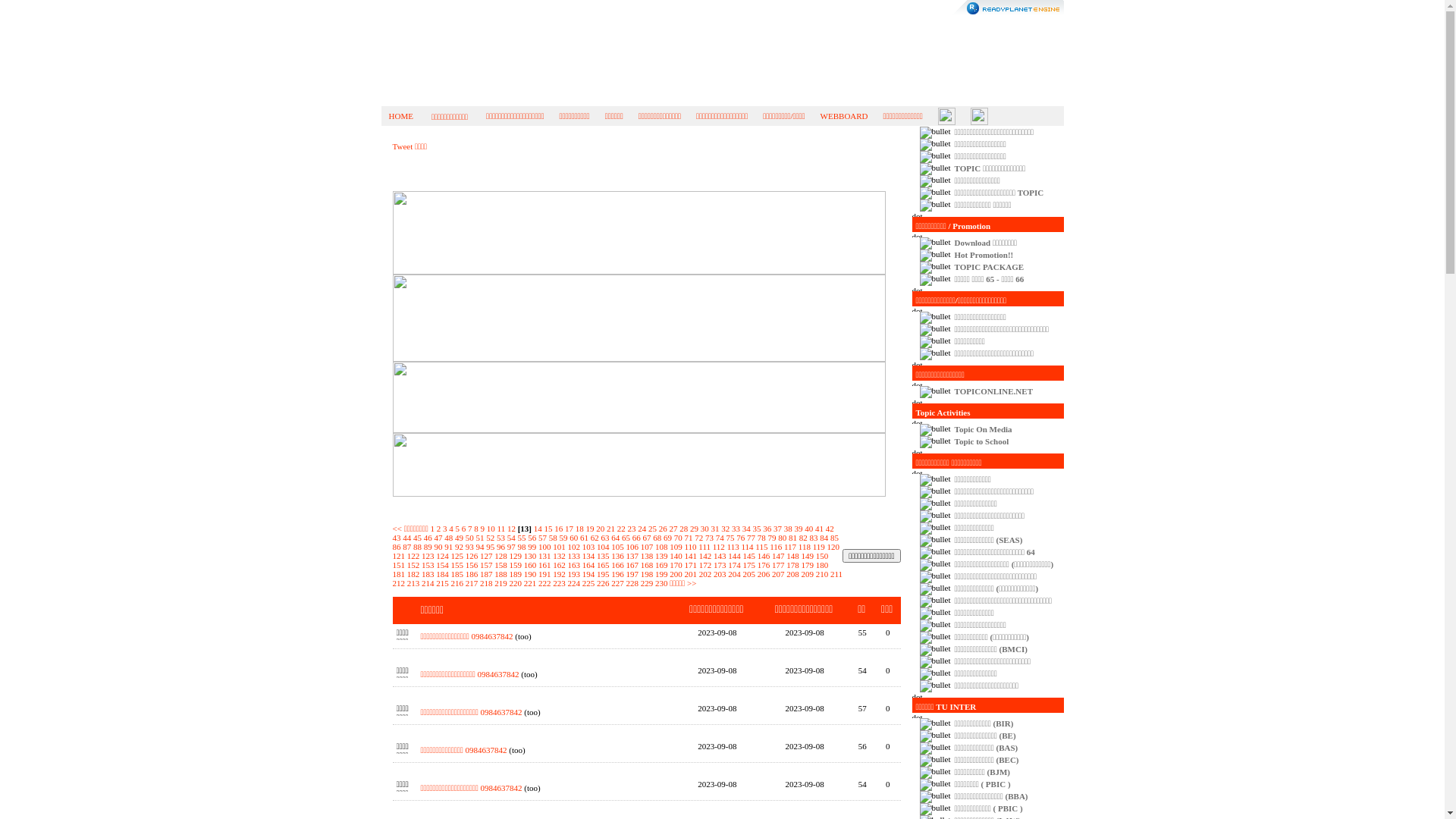 The width and height of the screenshot is (1456, 819). What do you see at coordinates (731, 528) in the screenshot?
I see `'33'` at bounding box center [731, 528].